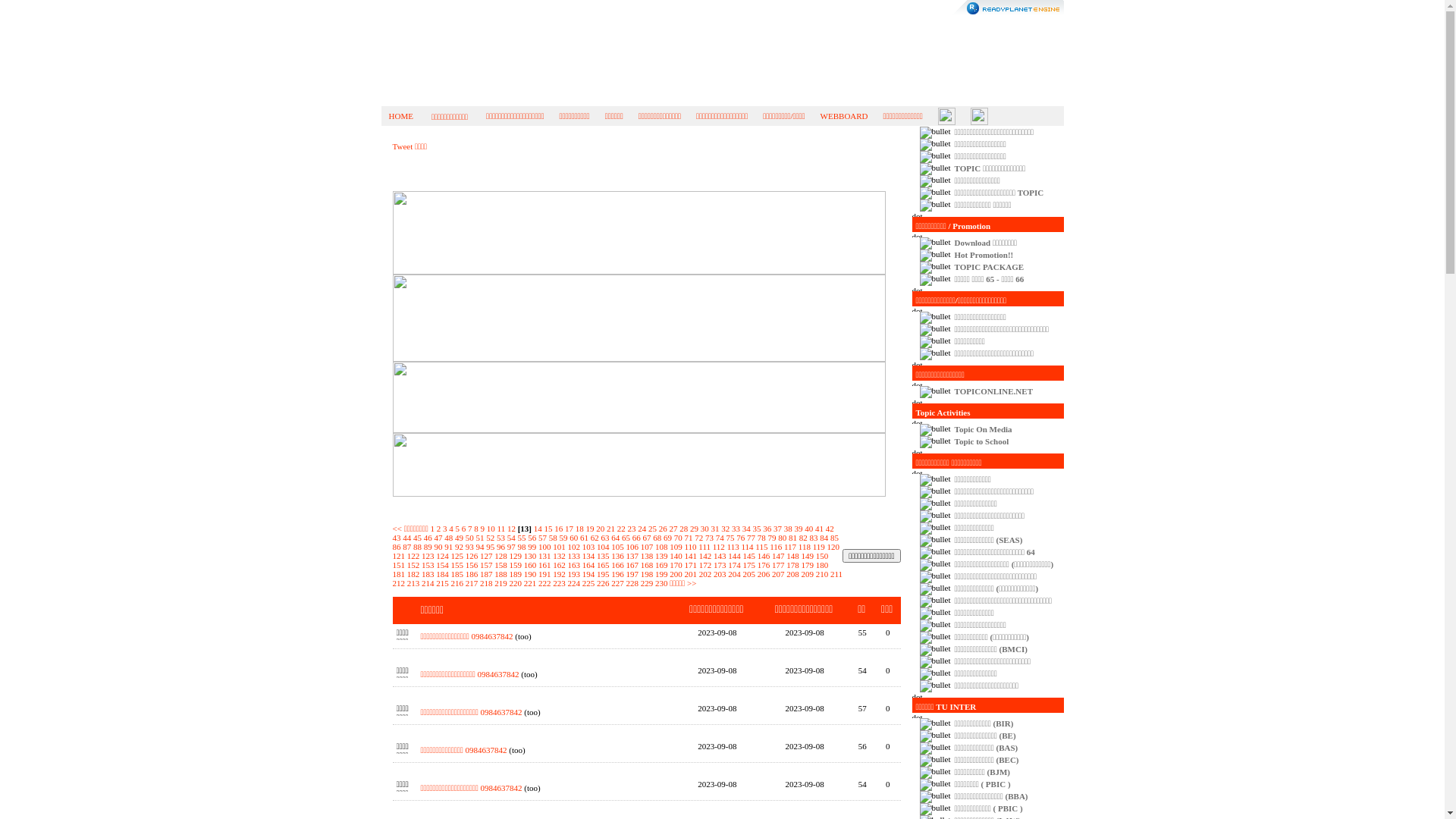 The width and height of the screenshot is (1456, 819). What do you see at coordinates (731, 528) in the screenshot?
I see `'33'` at bounding box center [731, 528].